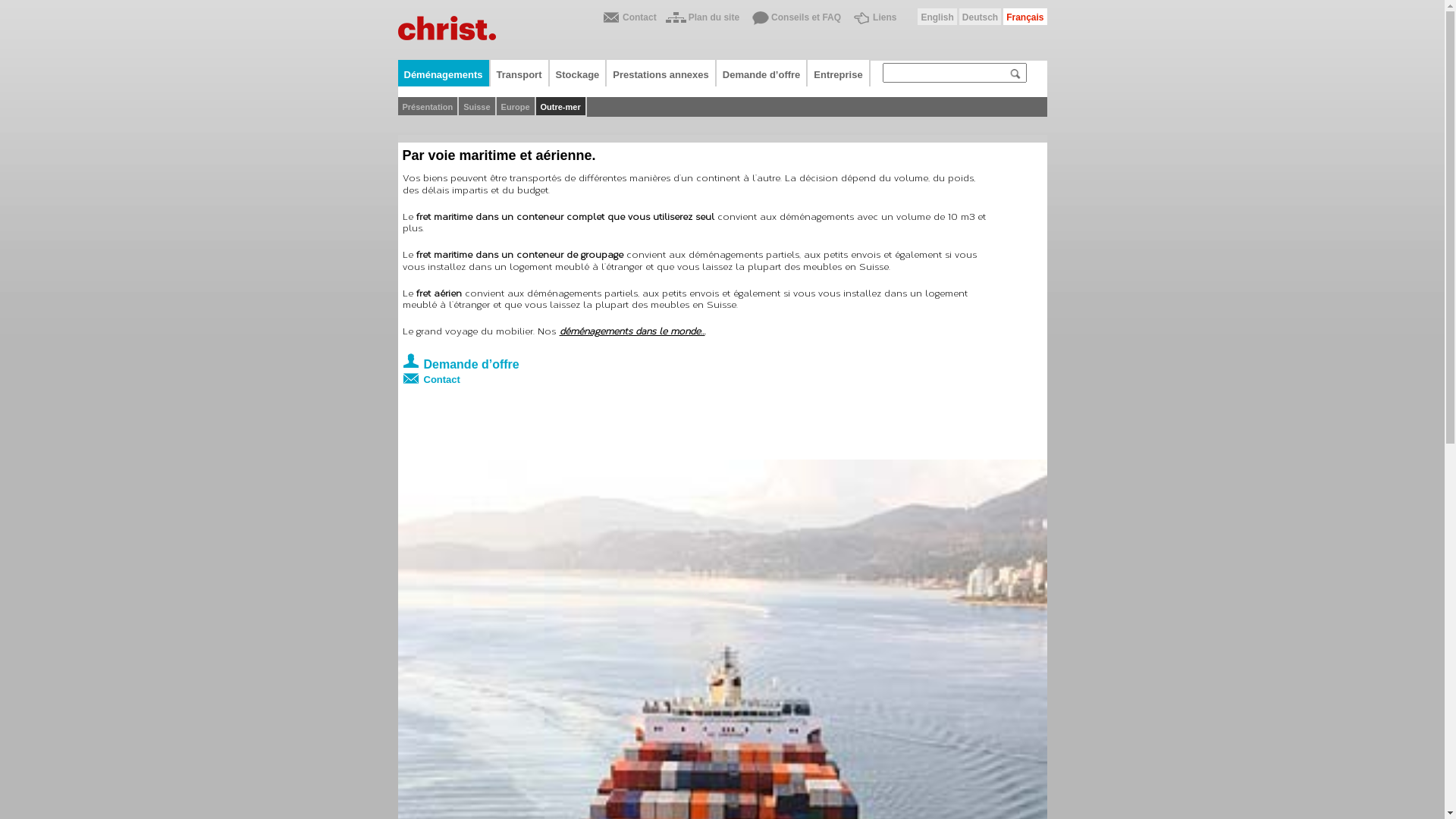  Describe the element at coordinates (873, 20) in the screenshot. I see `'Liens'` at that location.